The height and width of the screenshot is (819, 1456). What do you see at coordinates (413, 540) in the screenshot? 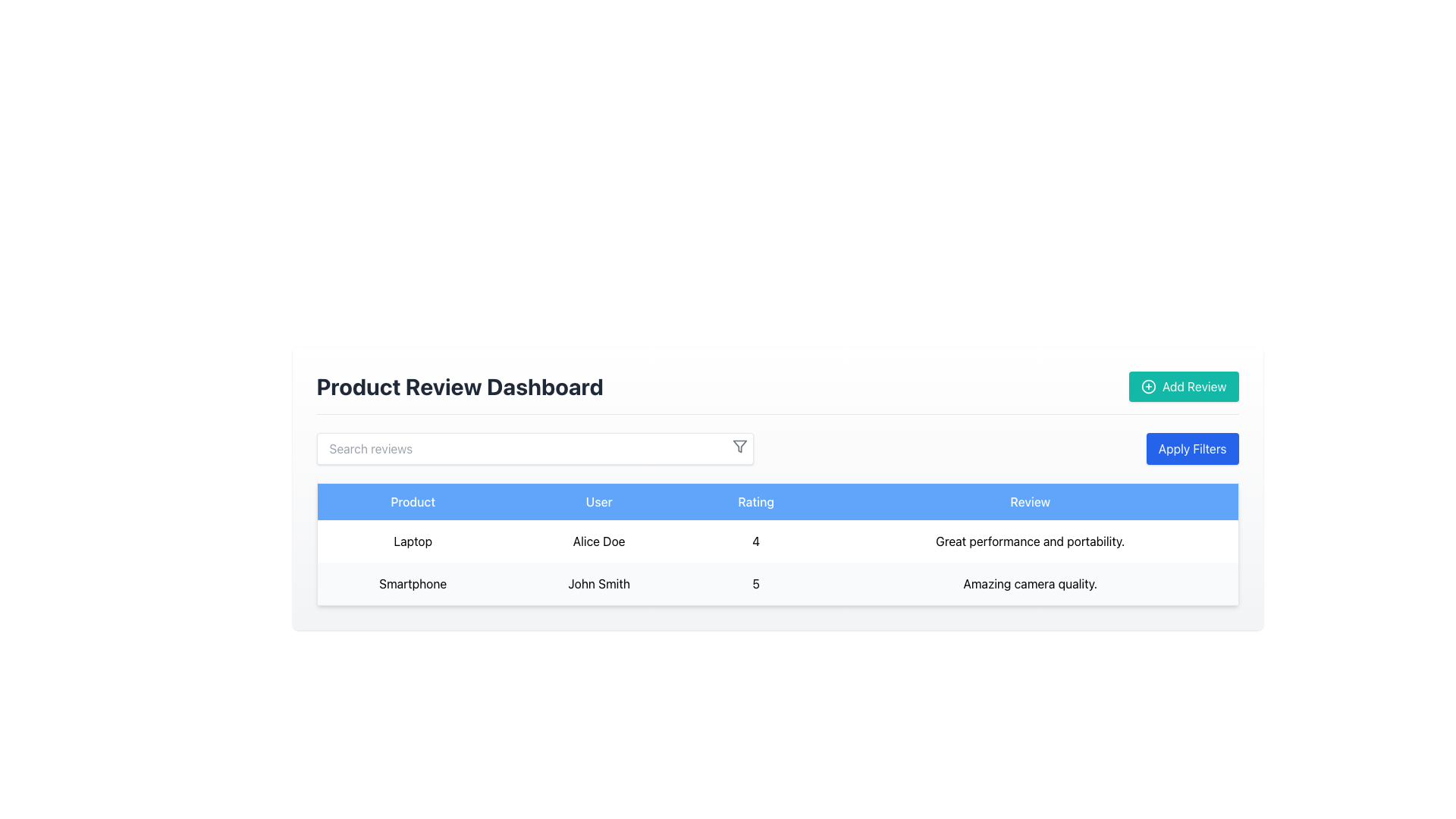
I see `the text label that reads 'Laptop' located in the first row of the table under the 'Product' column header` at bounding box center [413, 540].